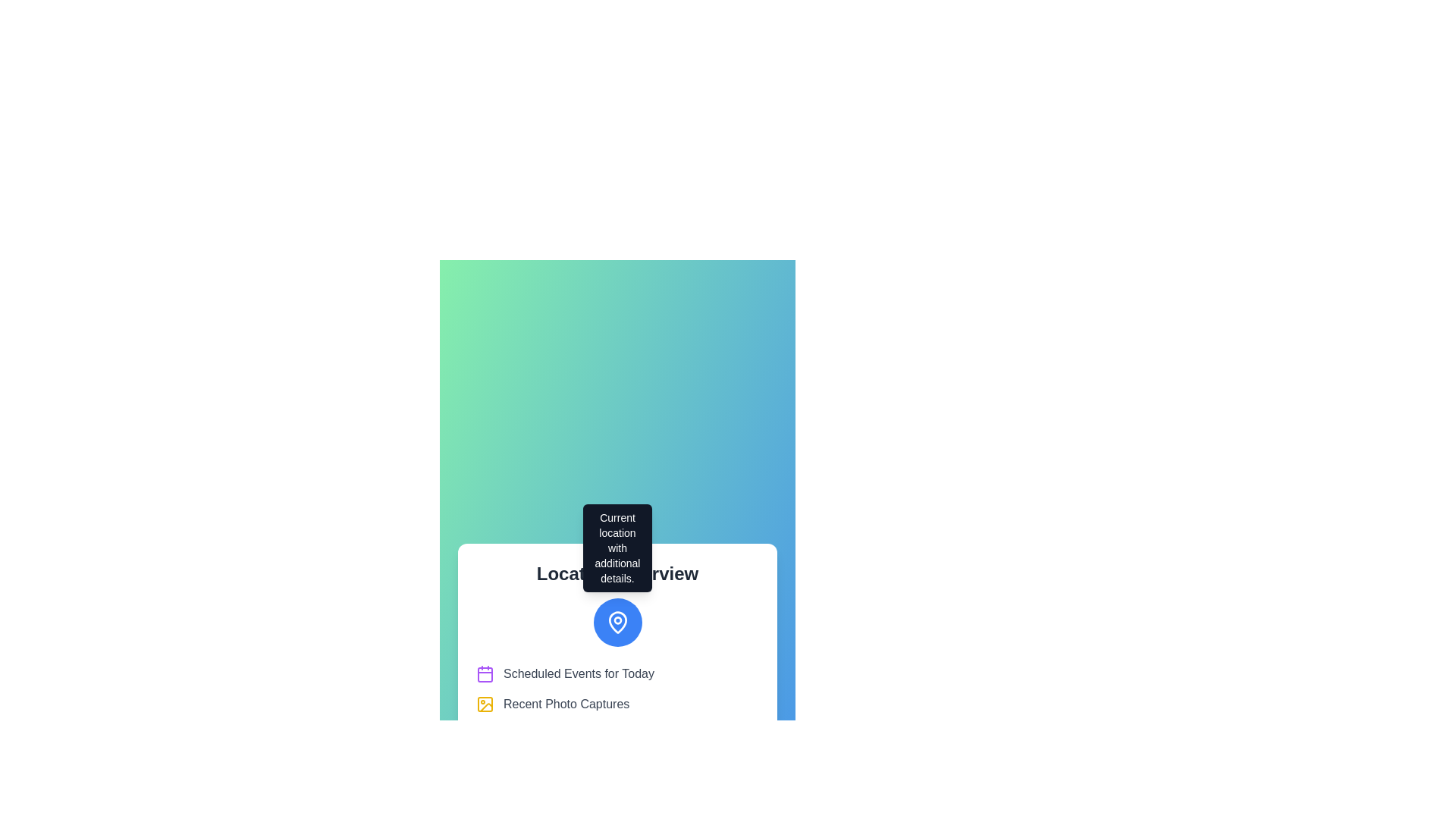 The height and width of the screenshot is (819, 1456). I want to click on the tooltip of the 'Current location with additional details' blue icon in the 'Location Overview' card, so click(617, 669).